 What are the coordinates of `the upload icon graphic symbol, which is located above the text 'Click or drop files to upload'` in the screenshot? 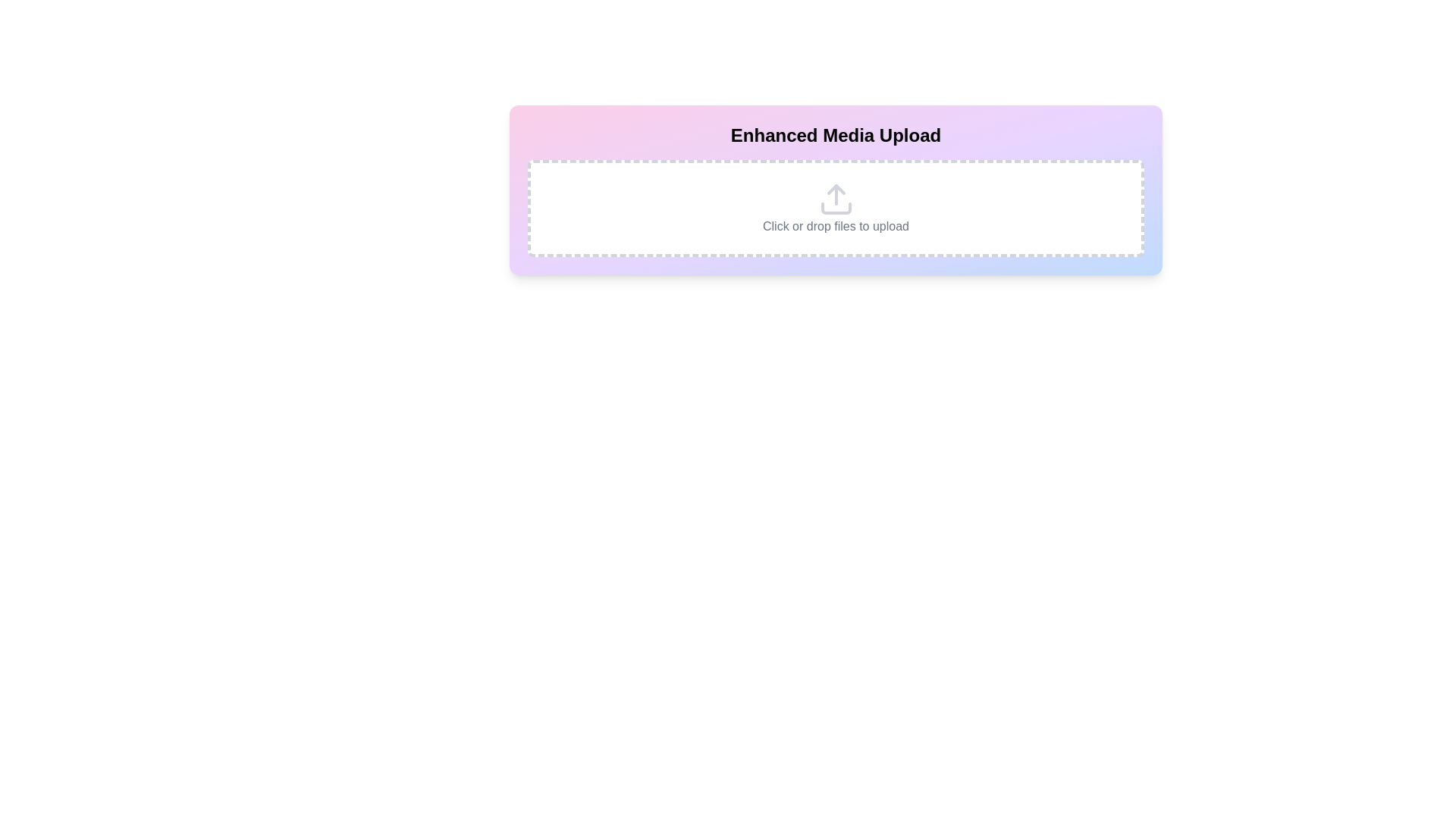 It's located at (835, 189).